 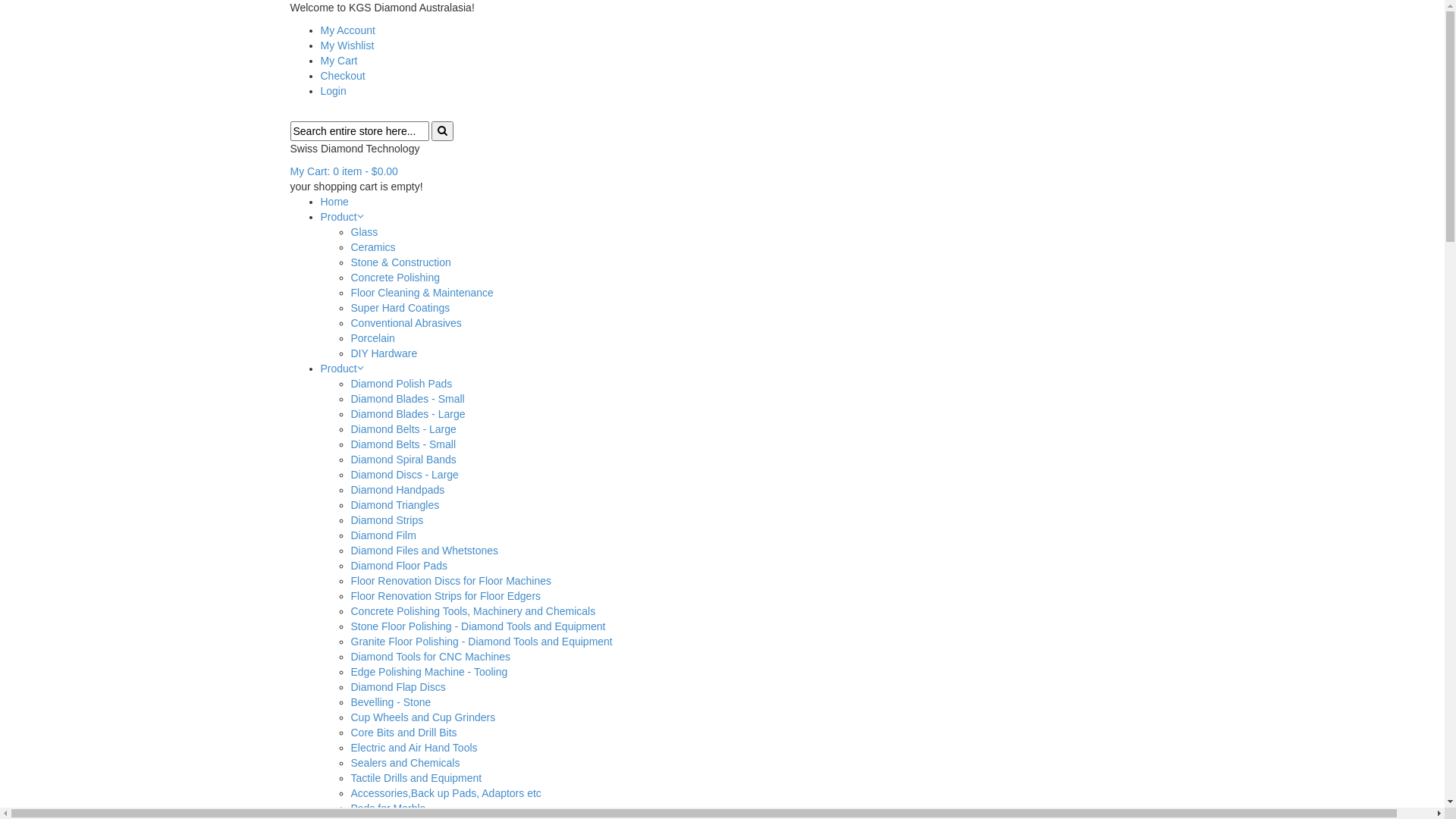 What do you see at coordinates (476, 626) in the screenshot?
I see `'Stone Floor Polishing - Diamond Tools and Equipment'` at bounding box center [476, 626].